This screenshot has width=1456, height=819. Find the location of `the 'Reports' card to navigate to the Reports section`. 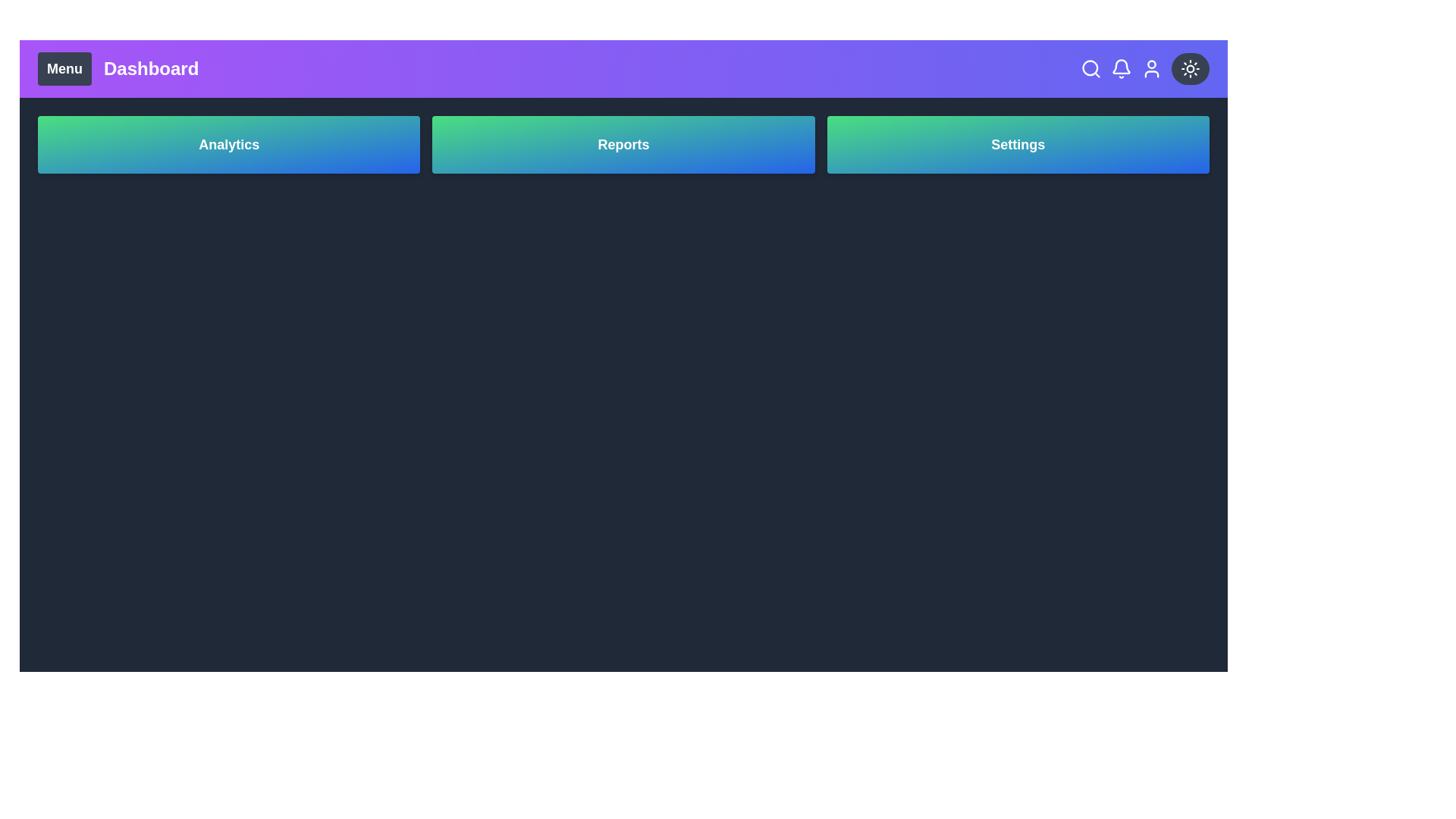

the 'Reports' card to navigate to the Reports section is located at coordinates (623, 145).